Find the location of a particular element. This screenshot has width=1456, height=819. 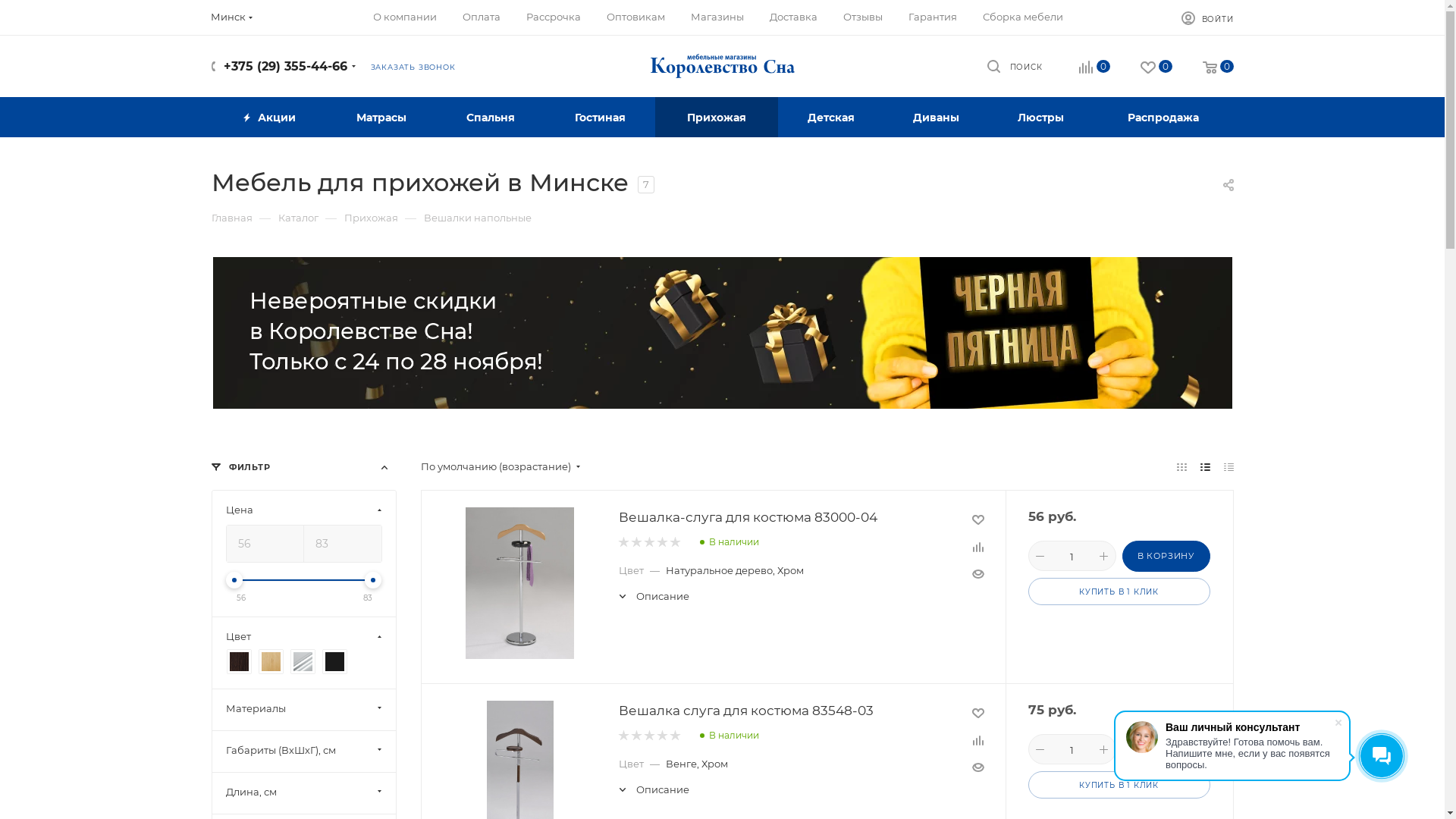

'+375 (29) 355-44-66' is located at coordinates (284, 65).